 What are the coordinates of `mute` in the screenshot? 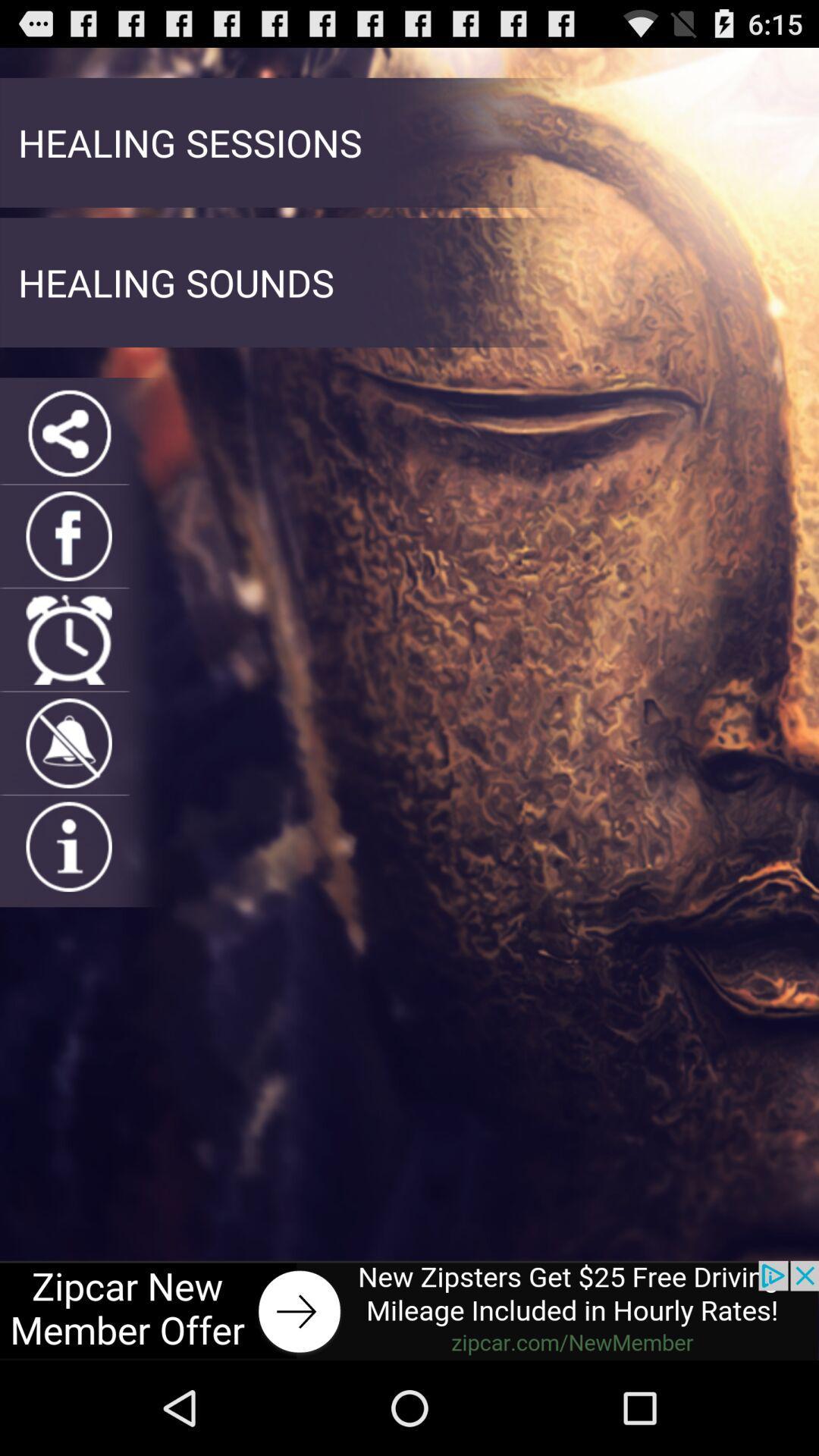 It's located at (69, 743).